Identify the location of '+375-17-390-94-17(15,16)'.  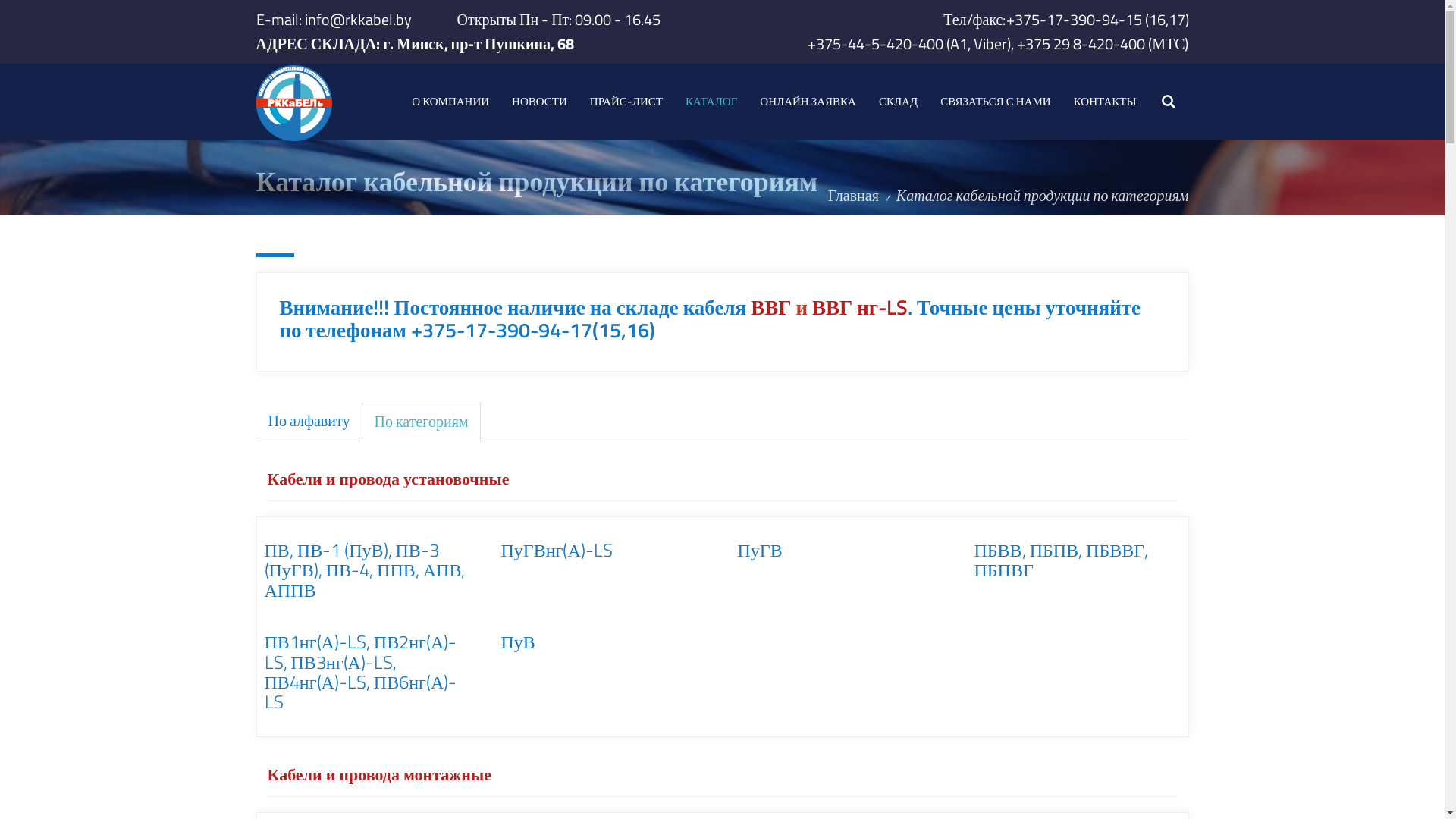
(532, 328).